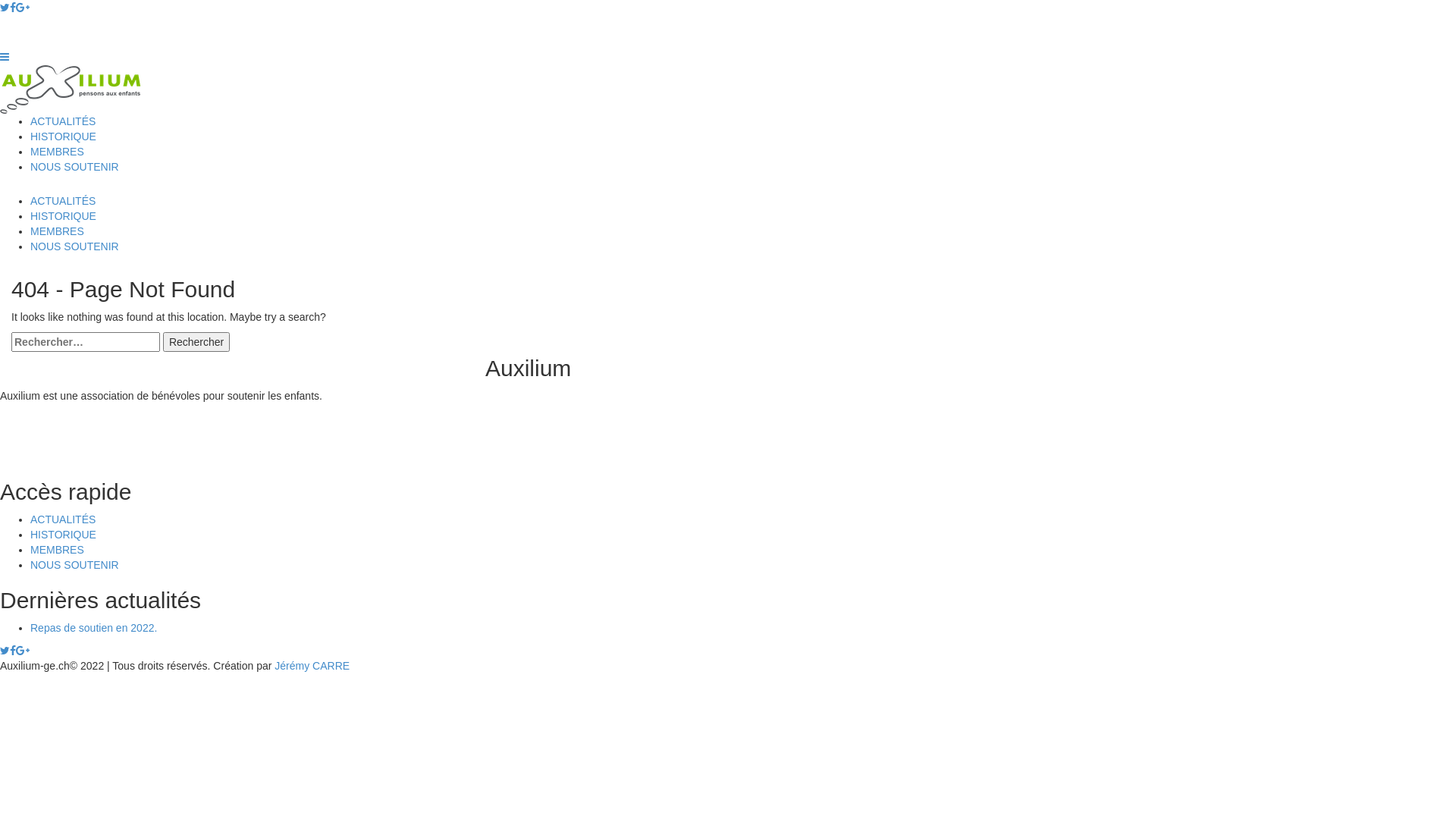 The image size is (1456, 819). What do you see at coordinates (74, 564) in the screenshot?
I see `'NOUS SOUTENIR'` at bounding box center [74, 564].